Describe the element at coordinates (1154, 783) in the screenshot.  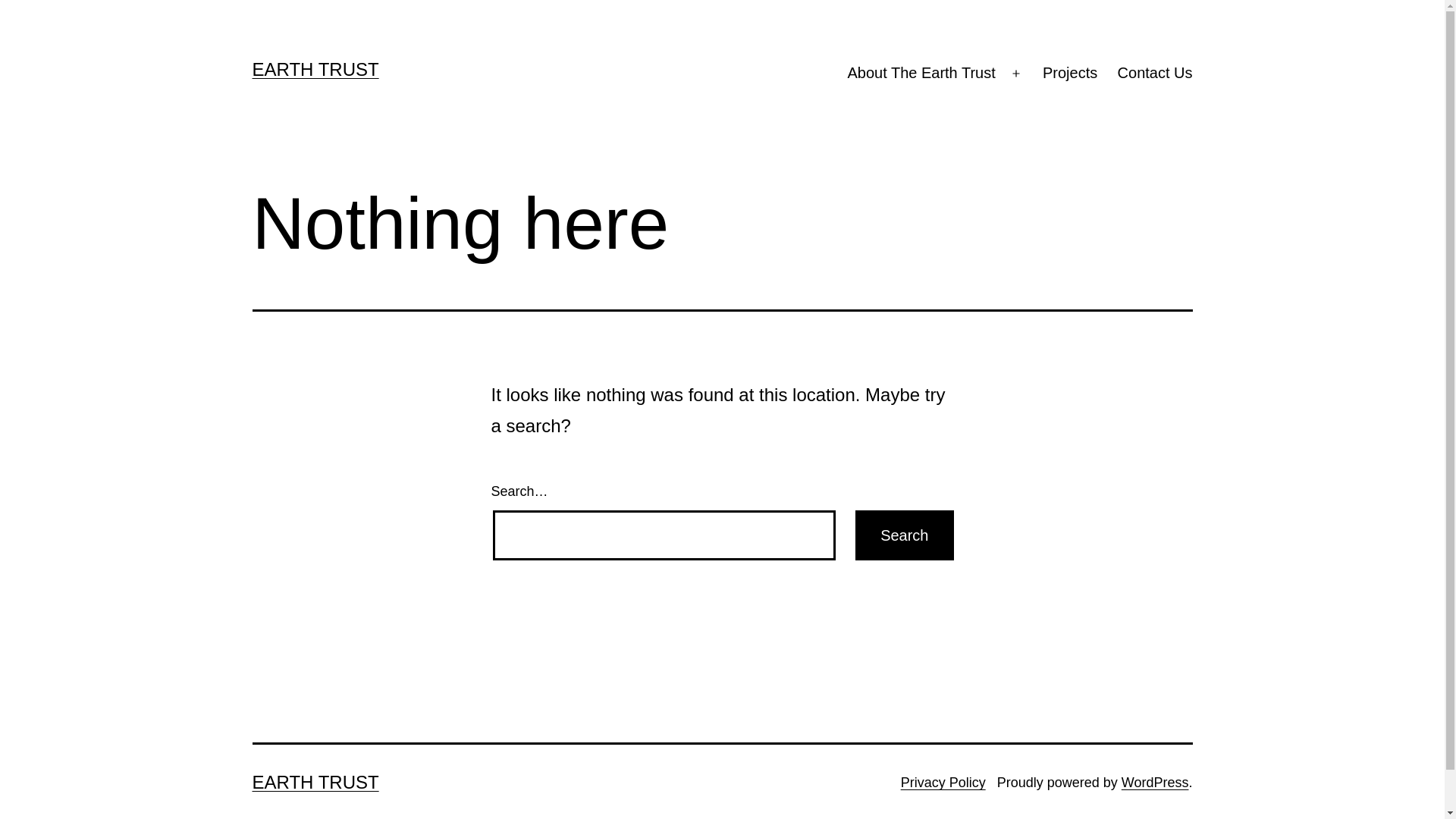
I see `'WordPress'` at that location.